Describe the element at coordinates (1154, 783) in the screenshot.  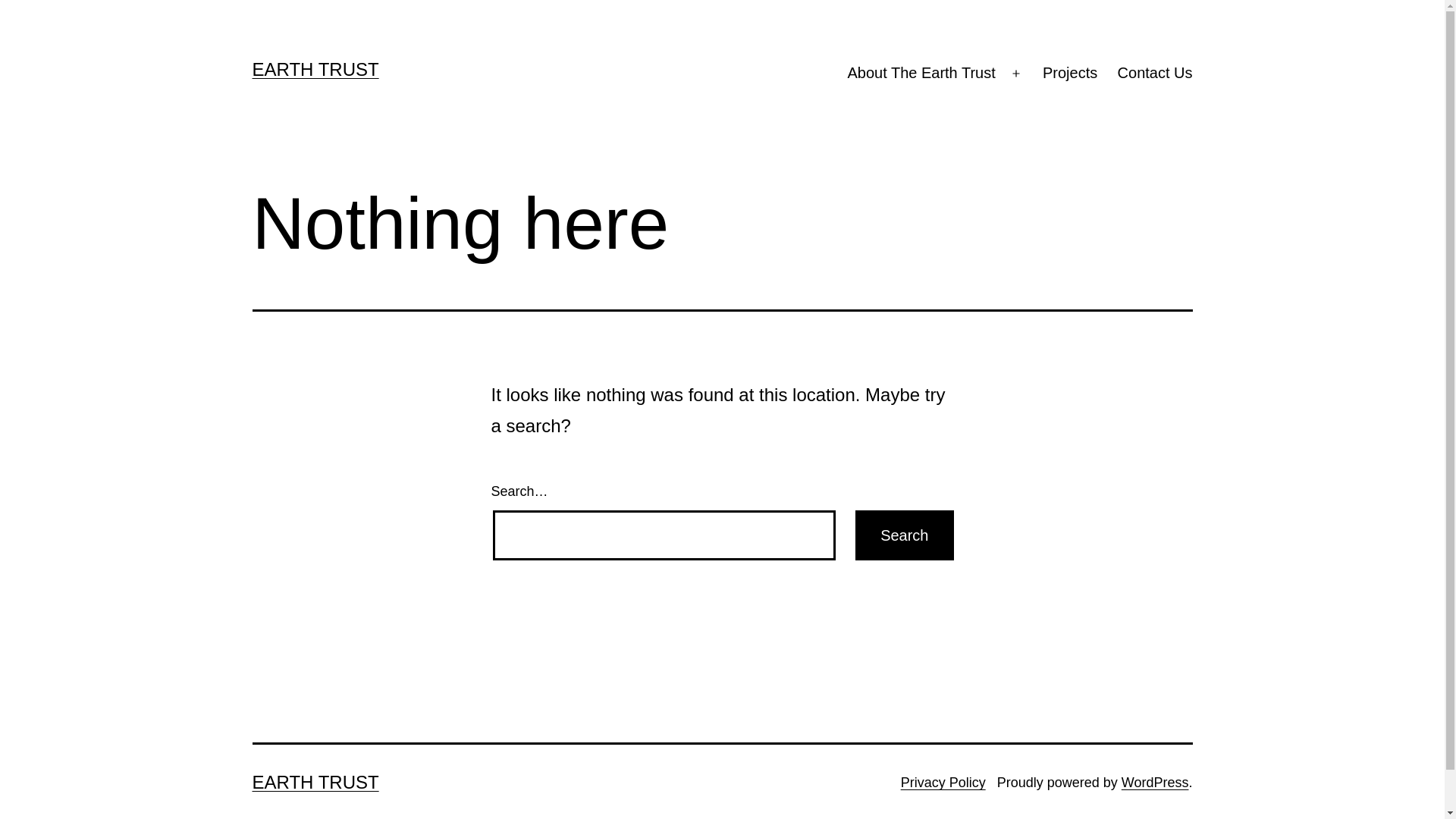
I see `'WordPress'` at that location.